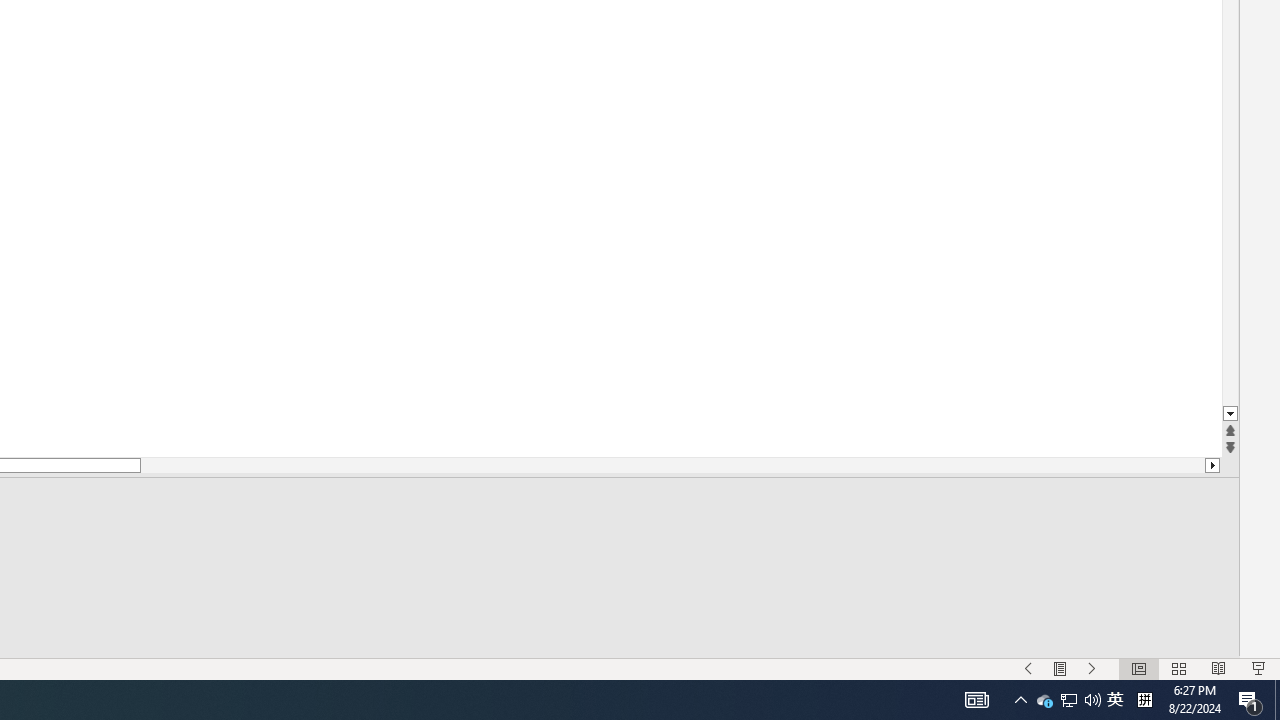 This screenshot has height=720, width=1280. I want to click on 'Q2790: 100%', so click(1059, 669).